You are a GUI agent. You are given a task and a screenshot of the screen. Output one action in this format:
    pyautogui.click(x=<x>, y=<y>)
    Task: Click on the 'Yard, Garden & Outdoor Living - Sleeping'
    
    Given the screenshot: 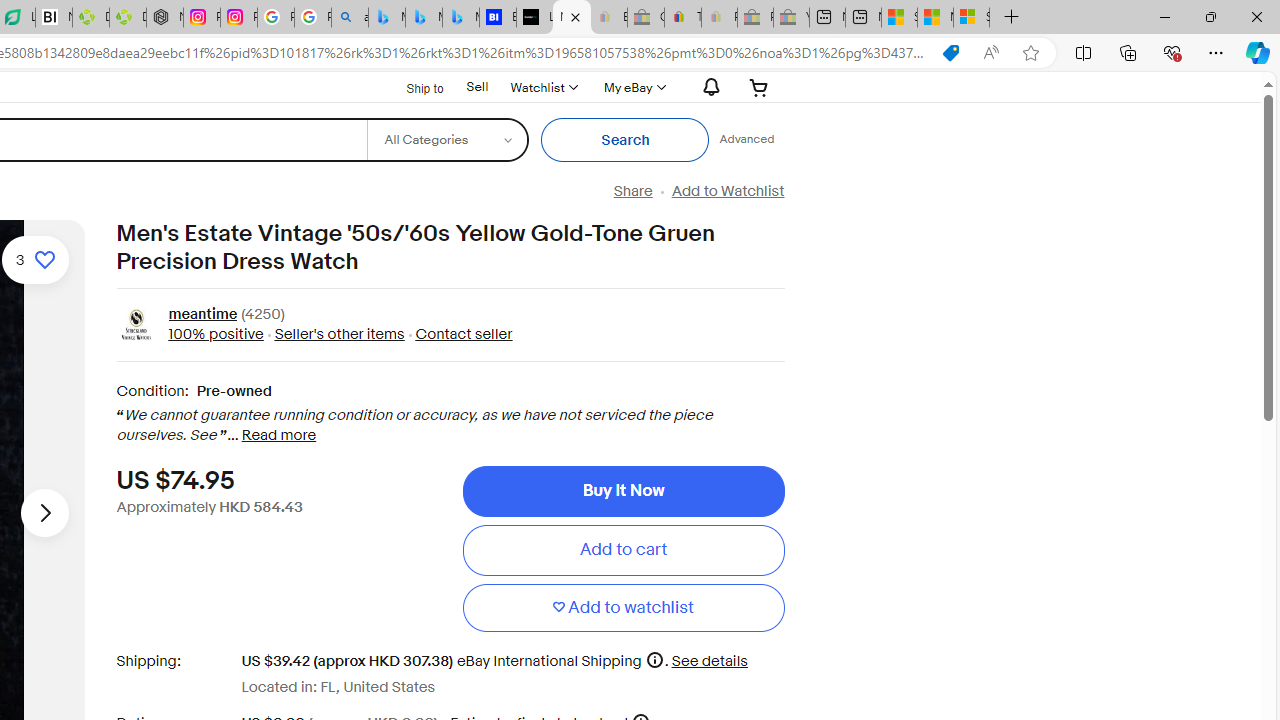 What is the action you would take?
    pyautogui.click(x=790, y=17)
    